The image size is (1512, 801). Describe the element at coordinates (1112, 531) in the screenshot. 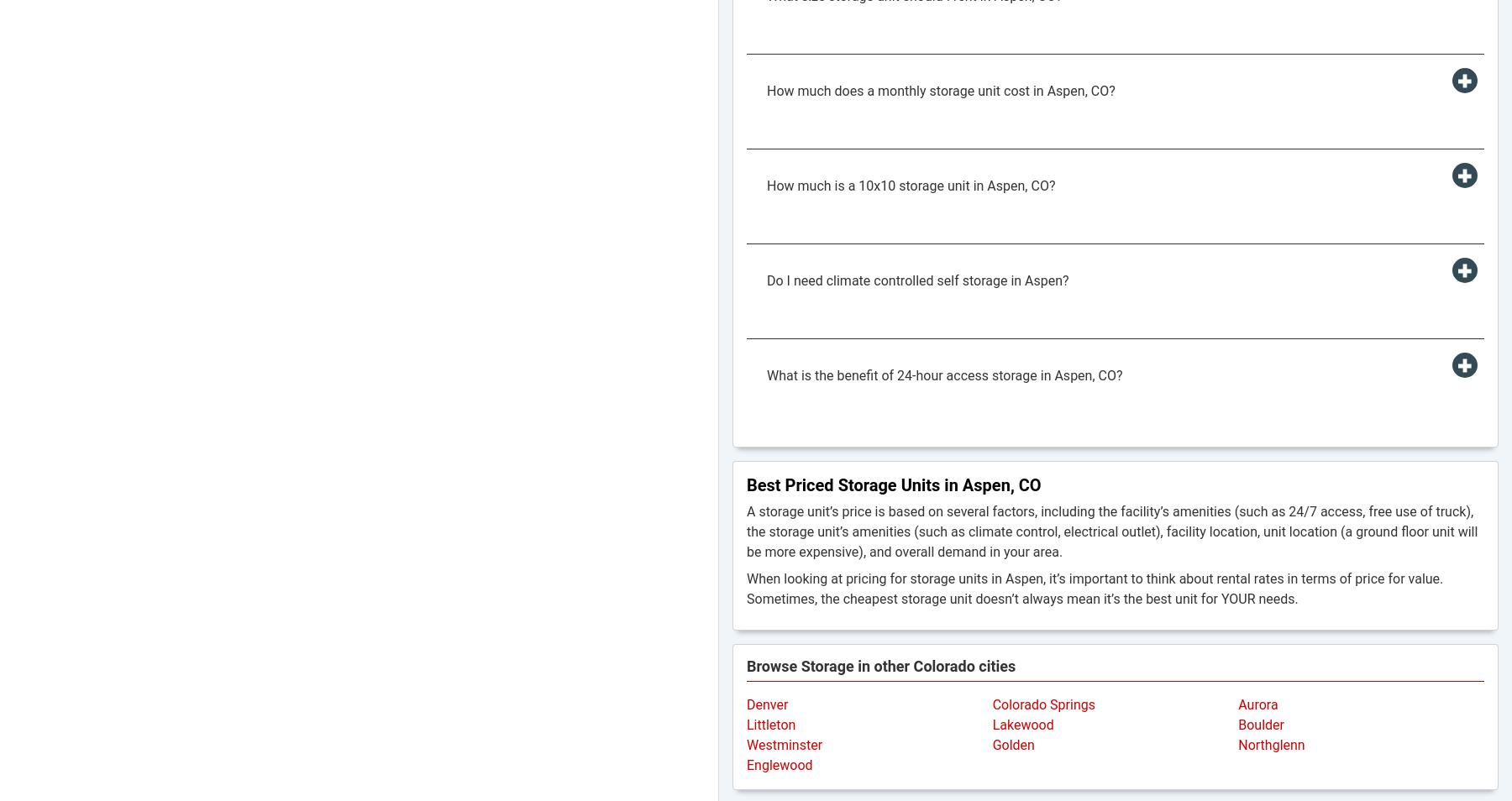

I see `'A storage unit’s price is based on several factors, including the facility’s amenities (such as 24/7 access, free use of truck), the storage unit’s amenities (such as climate control, electrical outlet), facility location, unit location (a ground floor unit will be more expensive), and overall demand in your area.'` at that location.